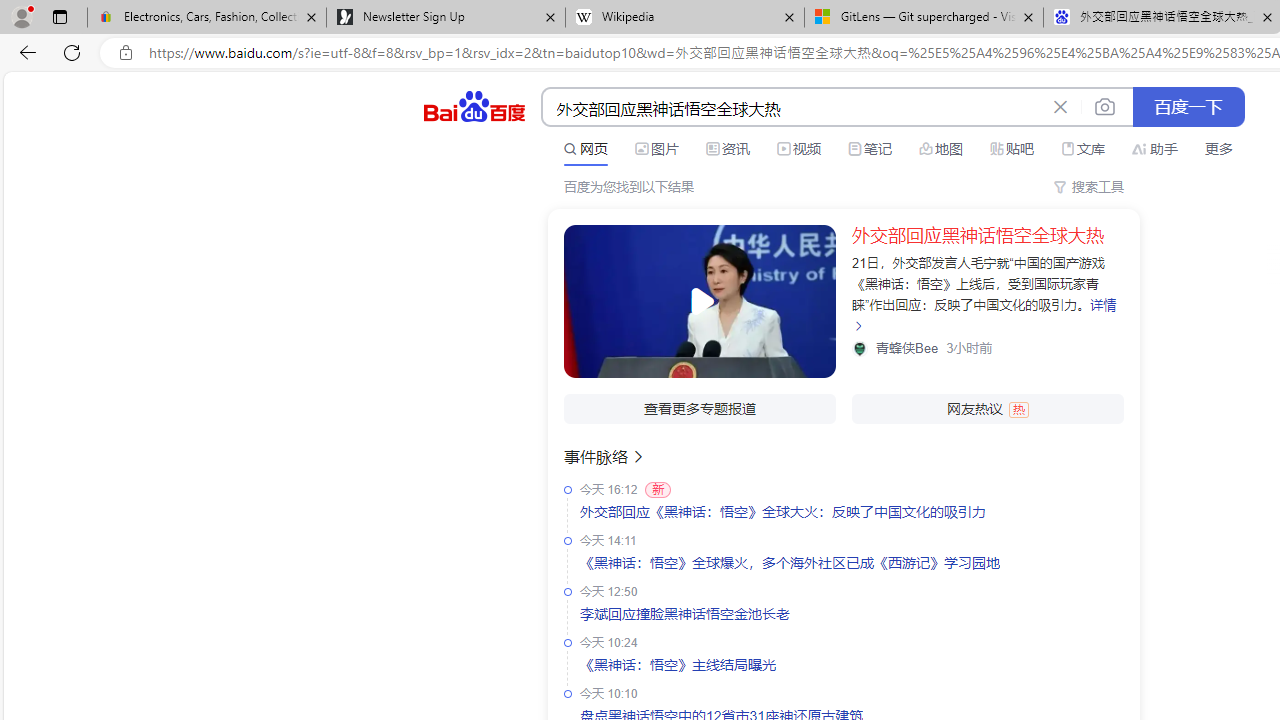 Image resolution: width=1280 pixels, height=720 pixels. I want to click on 'View site information', so click(125, 52).